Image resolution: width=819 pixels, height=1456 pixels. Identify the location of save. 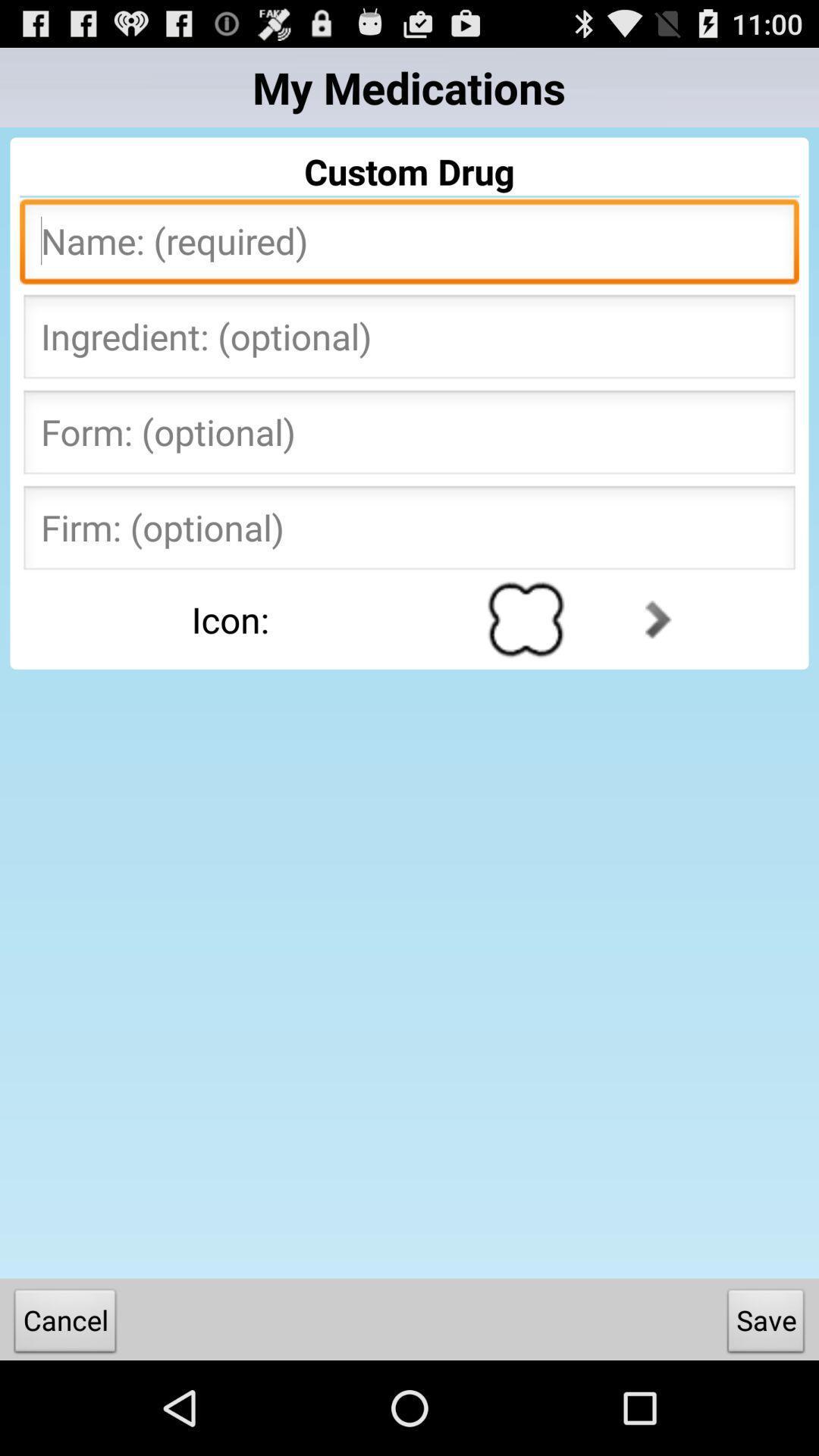
(766, 1323).